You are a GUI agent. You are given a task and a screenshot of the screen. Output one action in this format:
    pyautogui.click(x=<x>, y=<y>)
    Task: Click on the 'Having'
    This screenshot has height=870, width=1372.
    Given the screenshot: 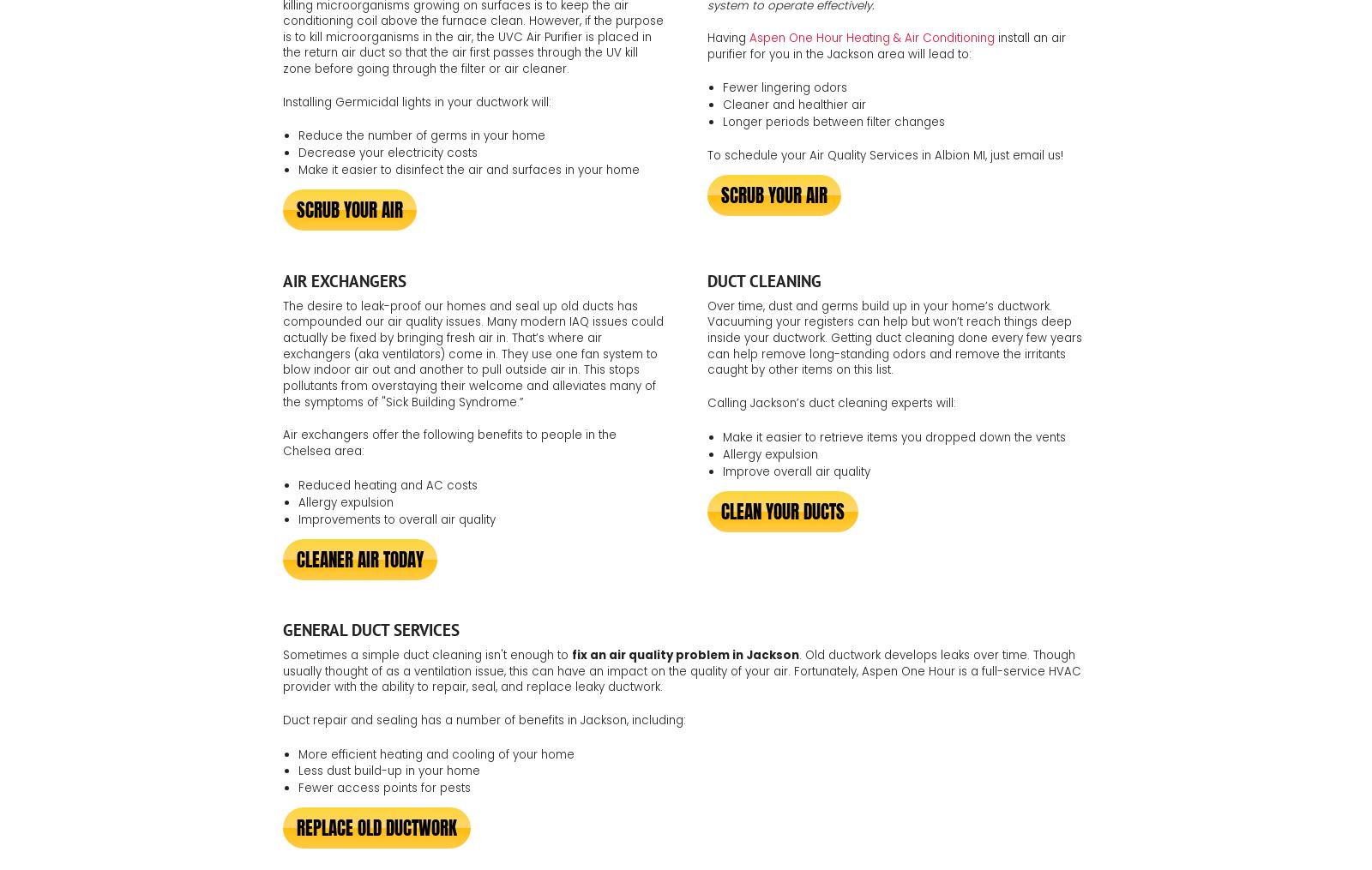 What is the action you would take?
    pyautogui.click(x=727, y=37)
    